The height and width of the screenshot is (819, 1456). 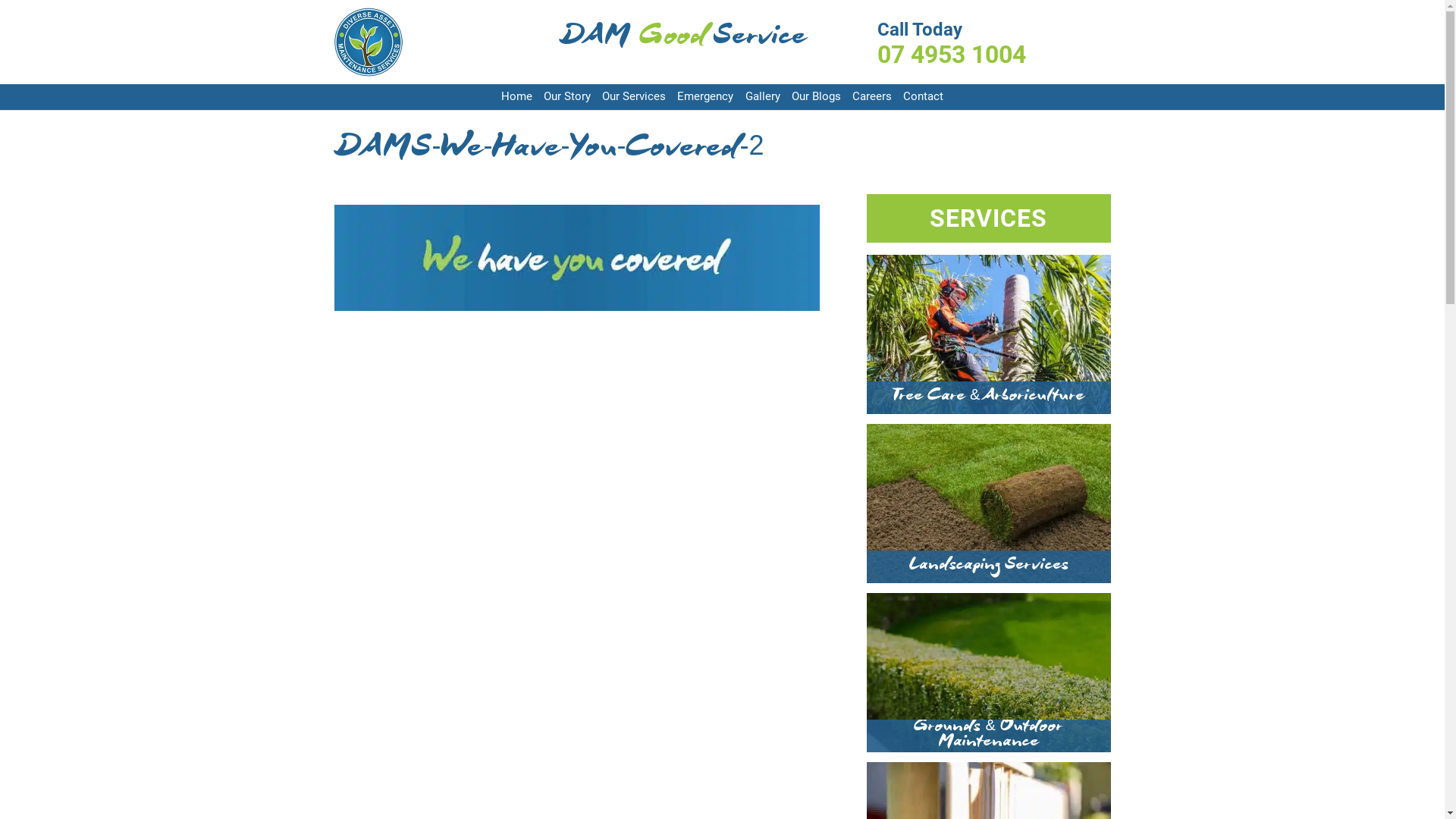 I want to click on 'Our Story', so click(x=543, y=97).